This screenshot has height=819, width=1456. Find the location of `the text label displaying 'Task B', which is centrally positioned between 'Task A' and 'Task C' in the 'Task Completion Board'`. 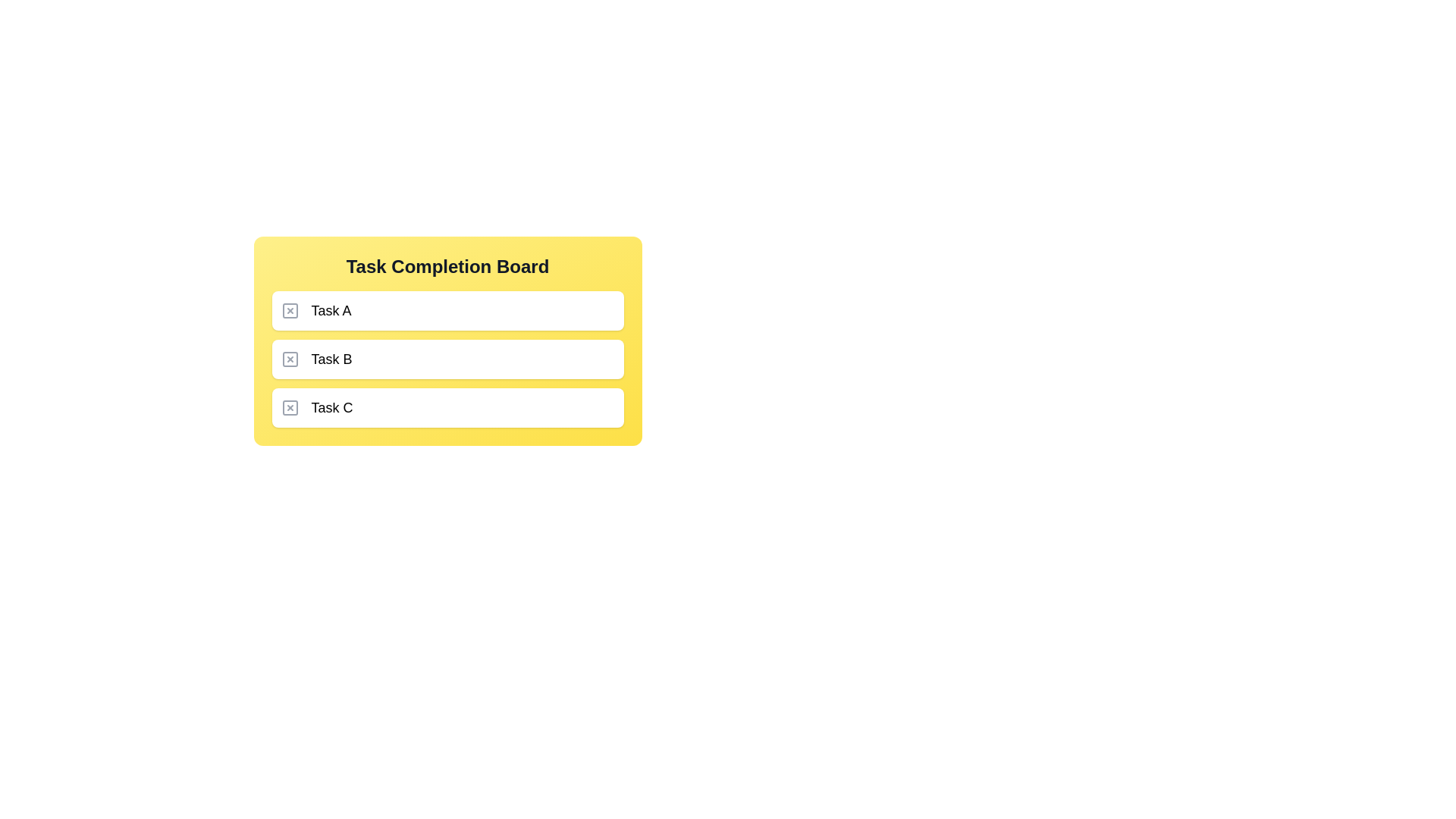

the text label displaying 'Task B', which is centrally positioned between 'Task A' and 'Task C' in the 'Task Completion Board' is located at coordinates (331, 359).